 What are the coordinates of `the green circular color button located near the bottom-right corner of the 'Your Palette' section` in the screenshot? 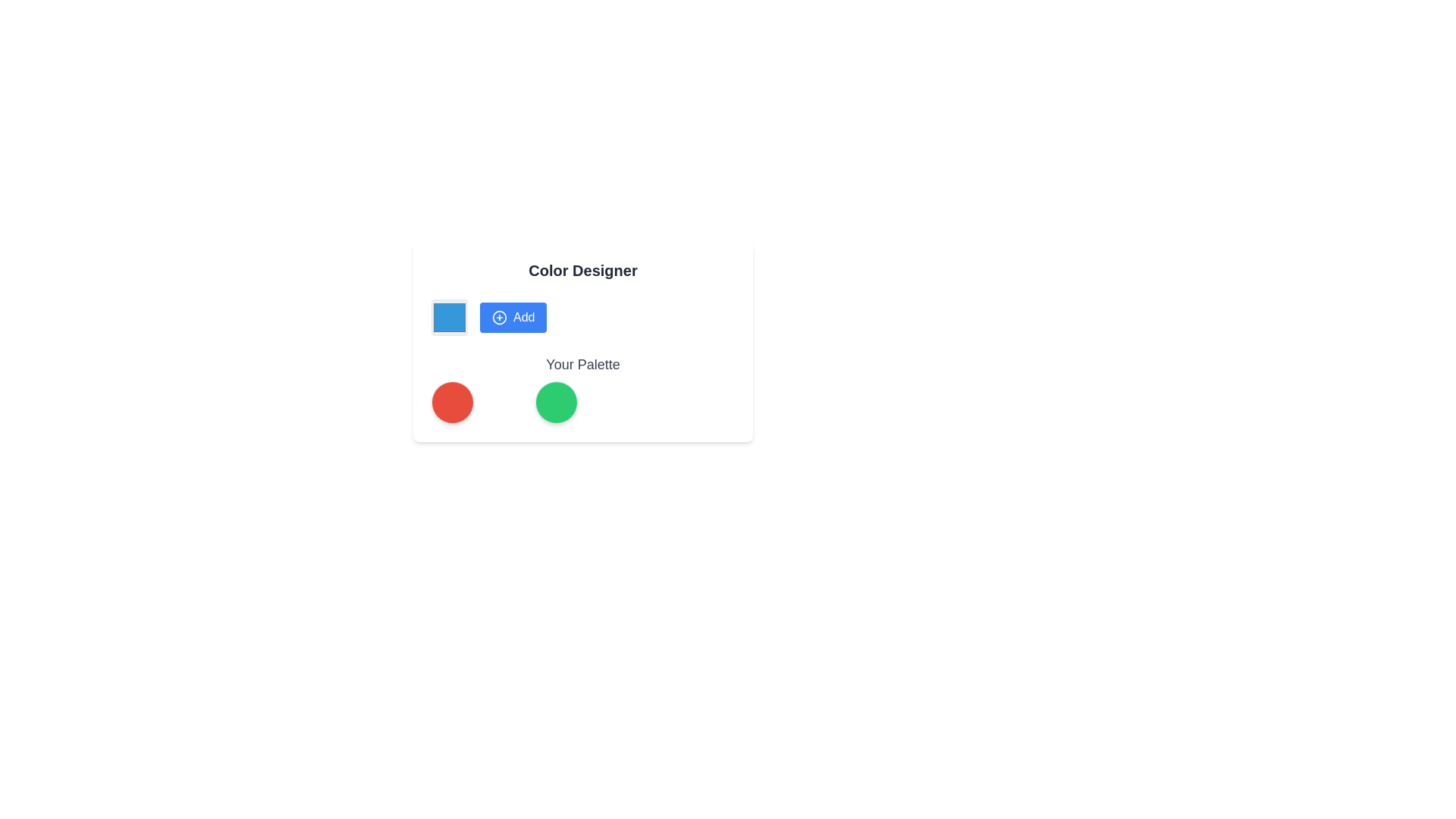 It's located at (556, 402).